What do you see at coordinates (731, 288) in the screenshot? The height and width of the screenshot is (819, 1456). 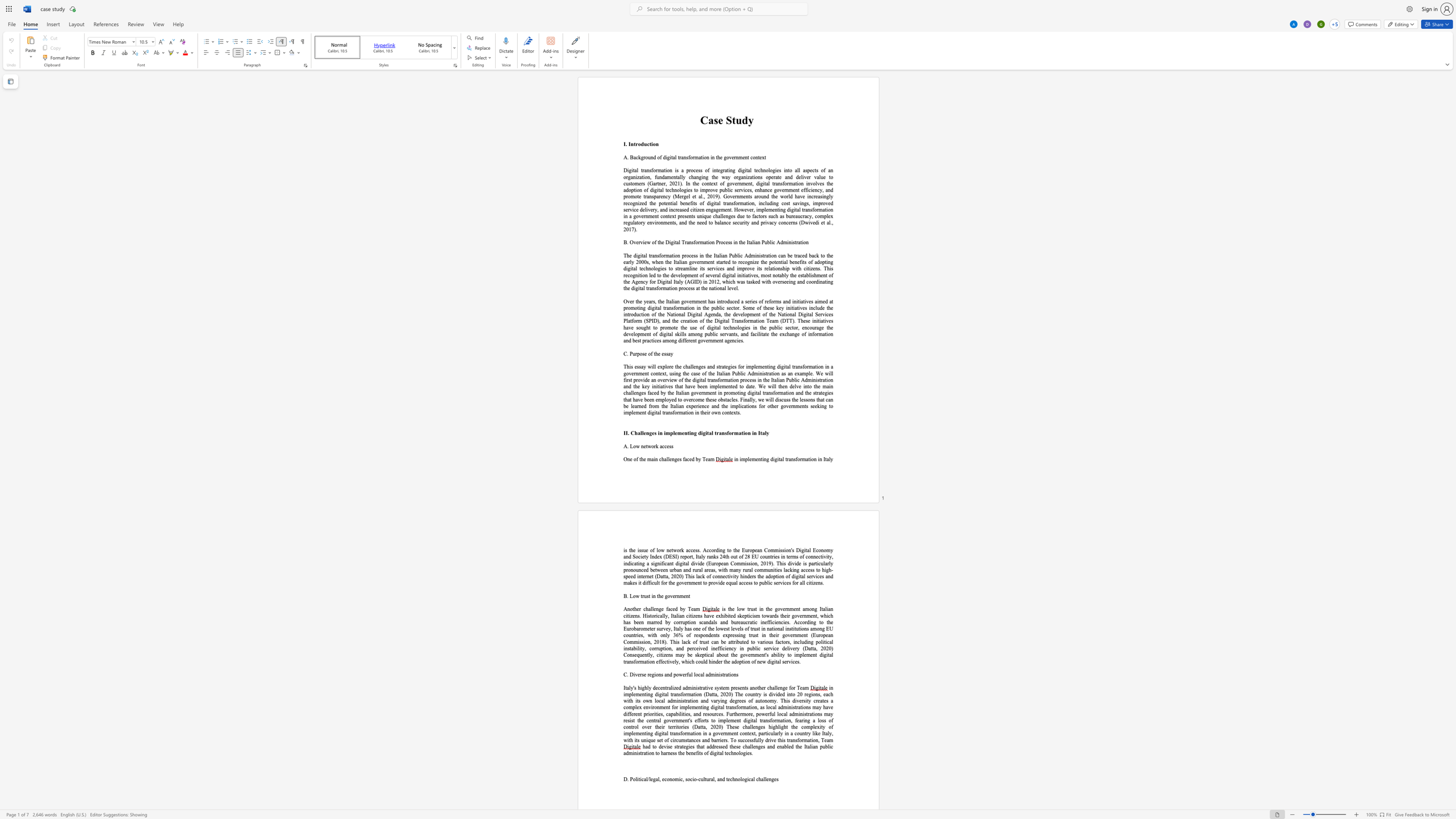 I see `the space between the continuous character "e" and "v" in the text` at bounding box center [731, 288].